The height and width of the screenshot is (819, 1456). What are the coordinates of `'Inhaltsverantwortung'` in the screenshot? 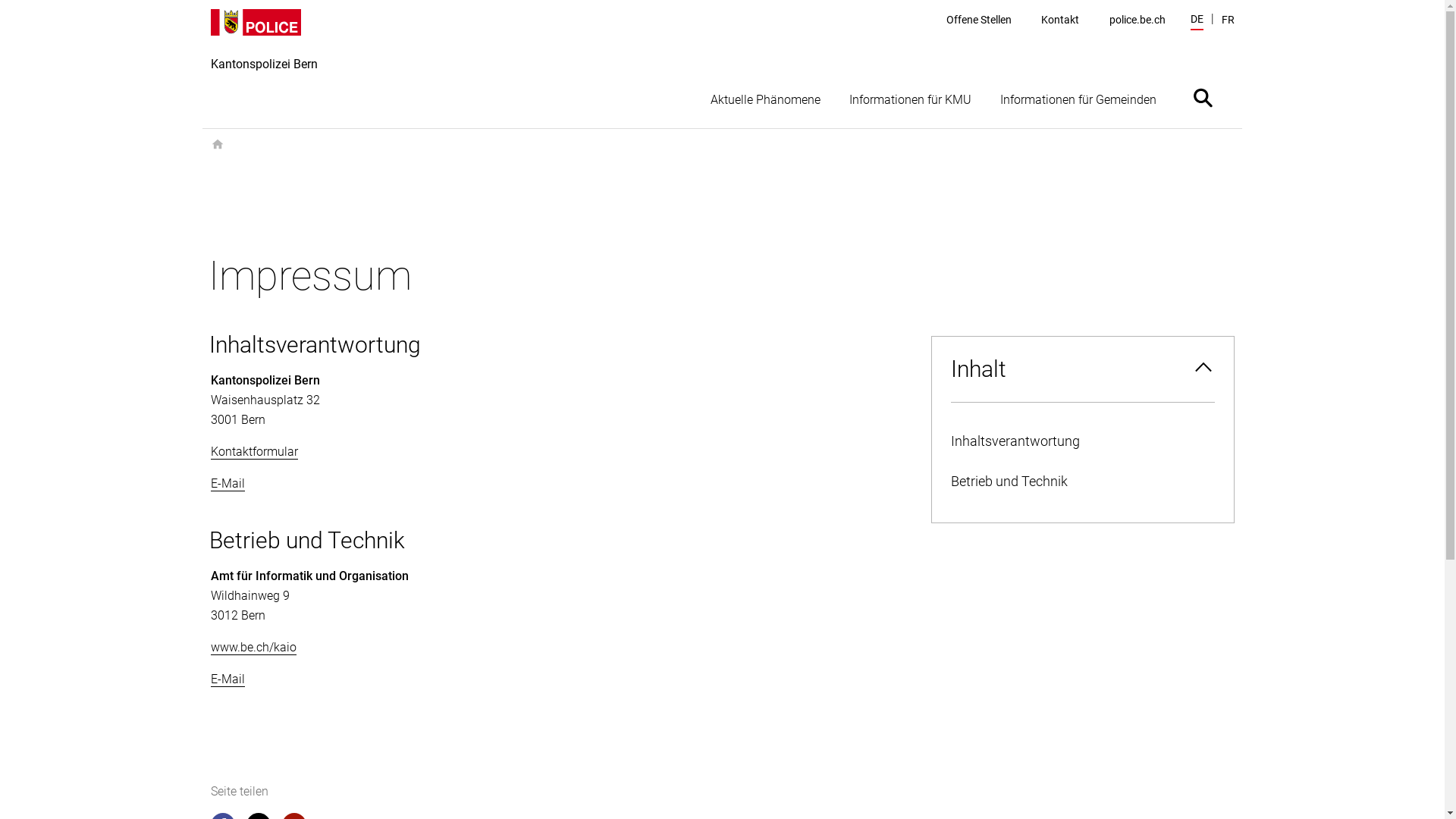 It's located at (1081, 441).